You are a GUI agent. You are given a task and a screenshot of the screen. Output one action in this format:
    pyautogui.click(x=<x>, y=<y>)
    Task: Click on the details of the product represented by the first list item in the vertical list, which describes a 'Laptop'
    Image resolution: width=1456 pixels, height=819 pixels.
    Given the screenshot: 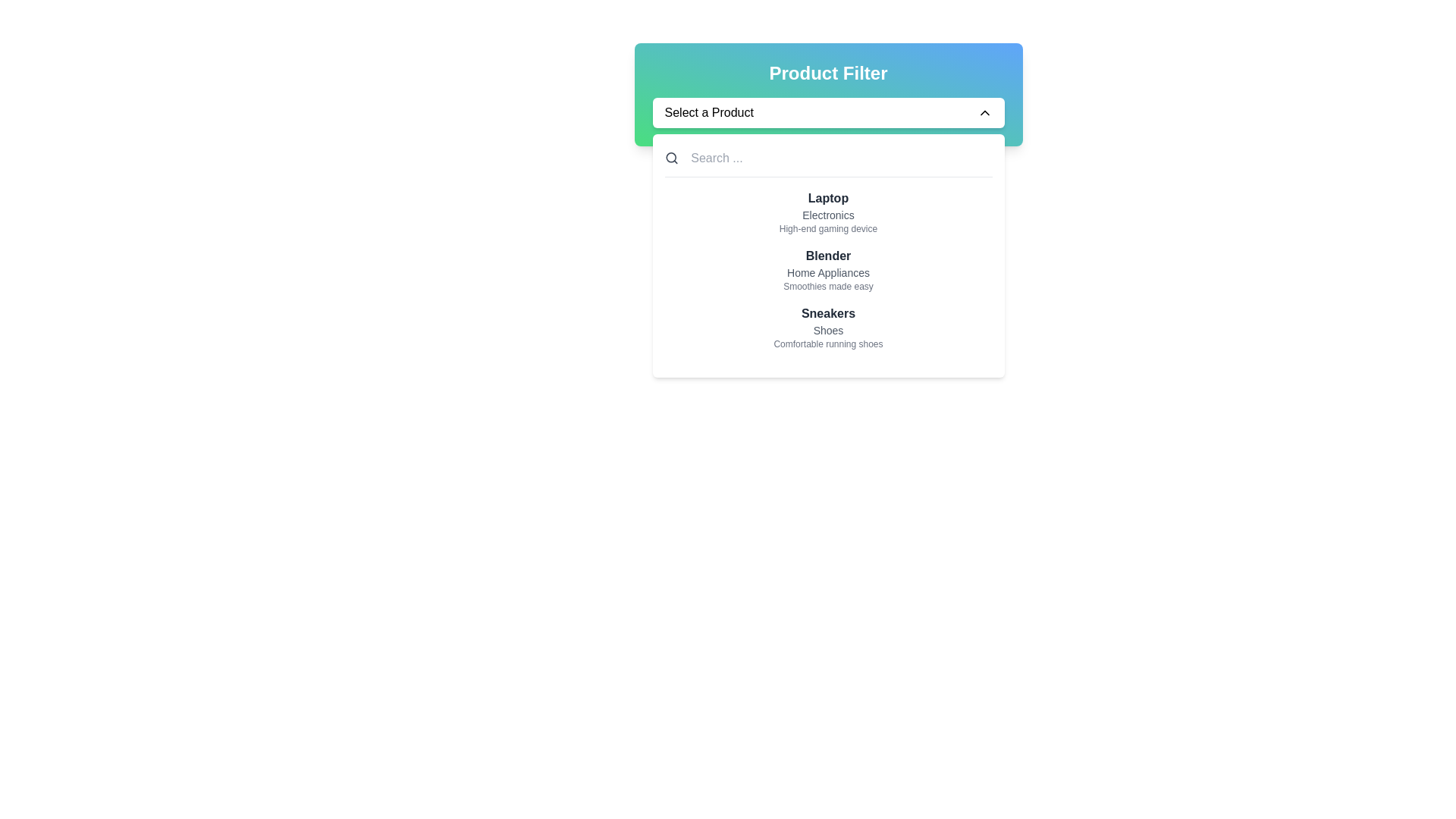 What is the action you would take?
    pyautogui.click(x=827, y=212)
    